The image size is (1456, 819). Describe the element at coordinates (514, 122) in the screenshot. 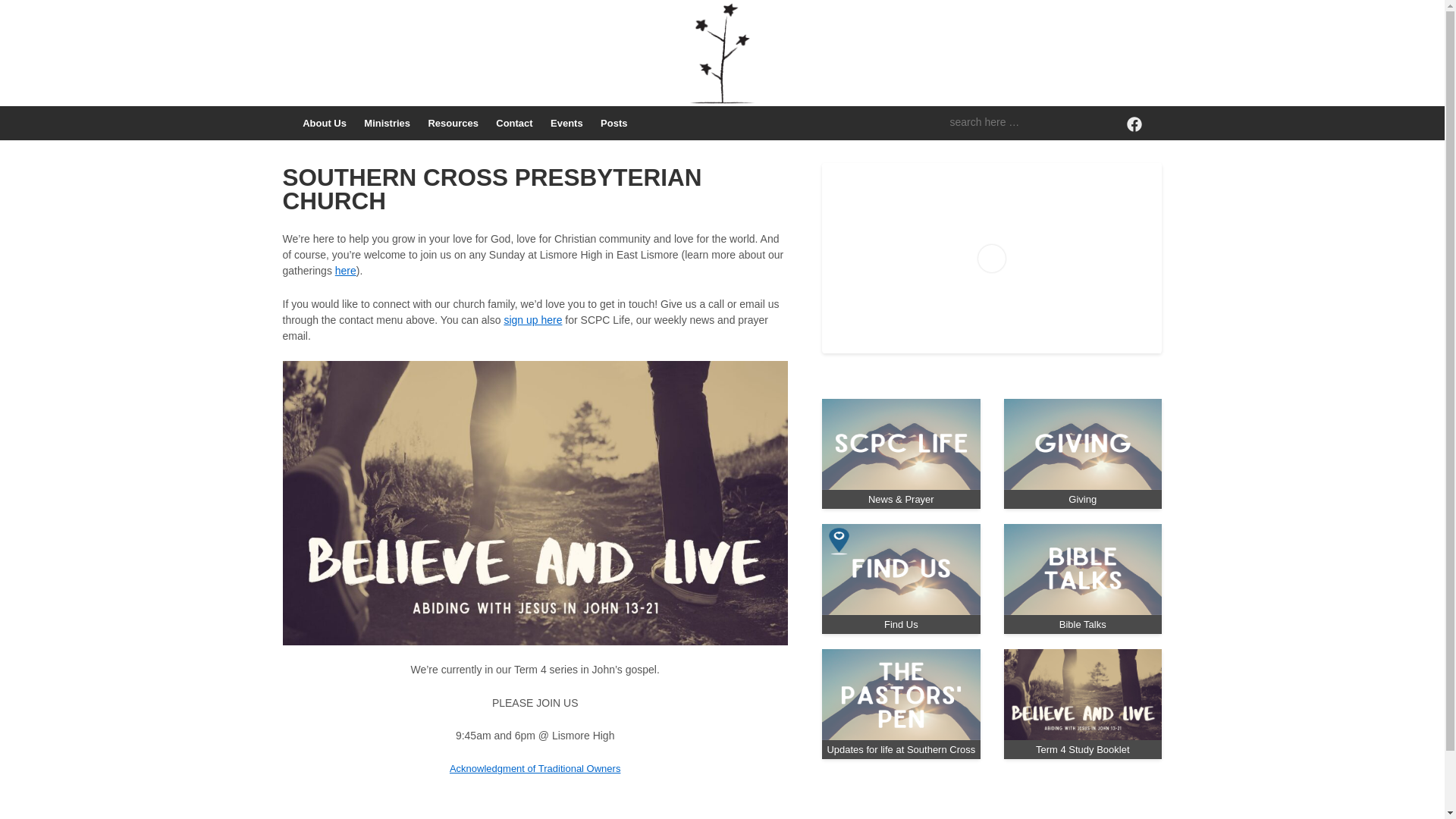

I see `'Contact'` at that location.